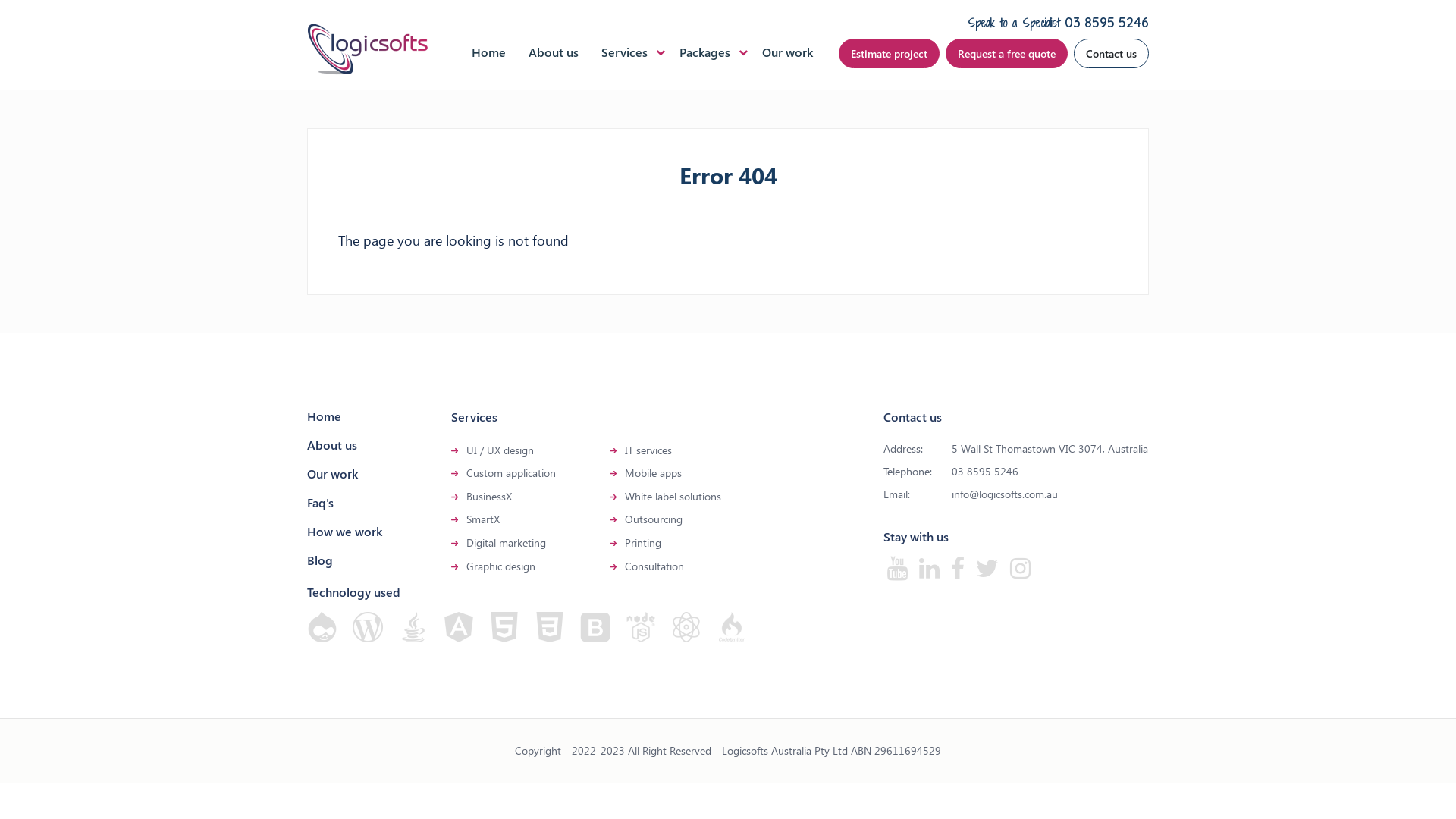 This screenshot has width=1456, height=819. I want to click on 'Graphic design', so click(500, 566).